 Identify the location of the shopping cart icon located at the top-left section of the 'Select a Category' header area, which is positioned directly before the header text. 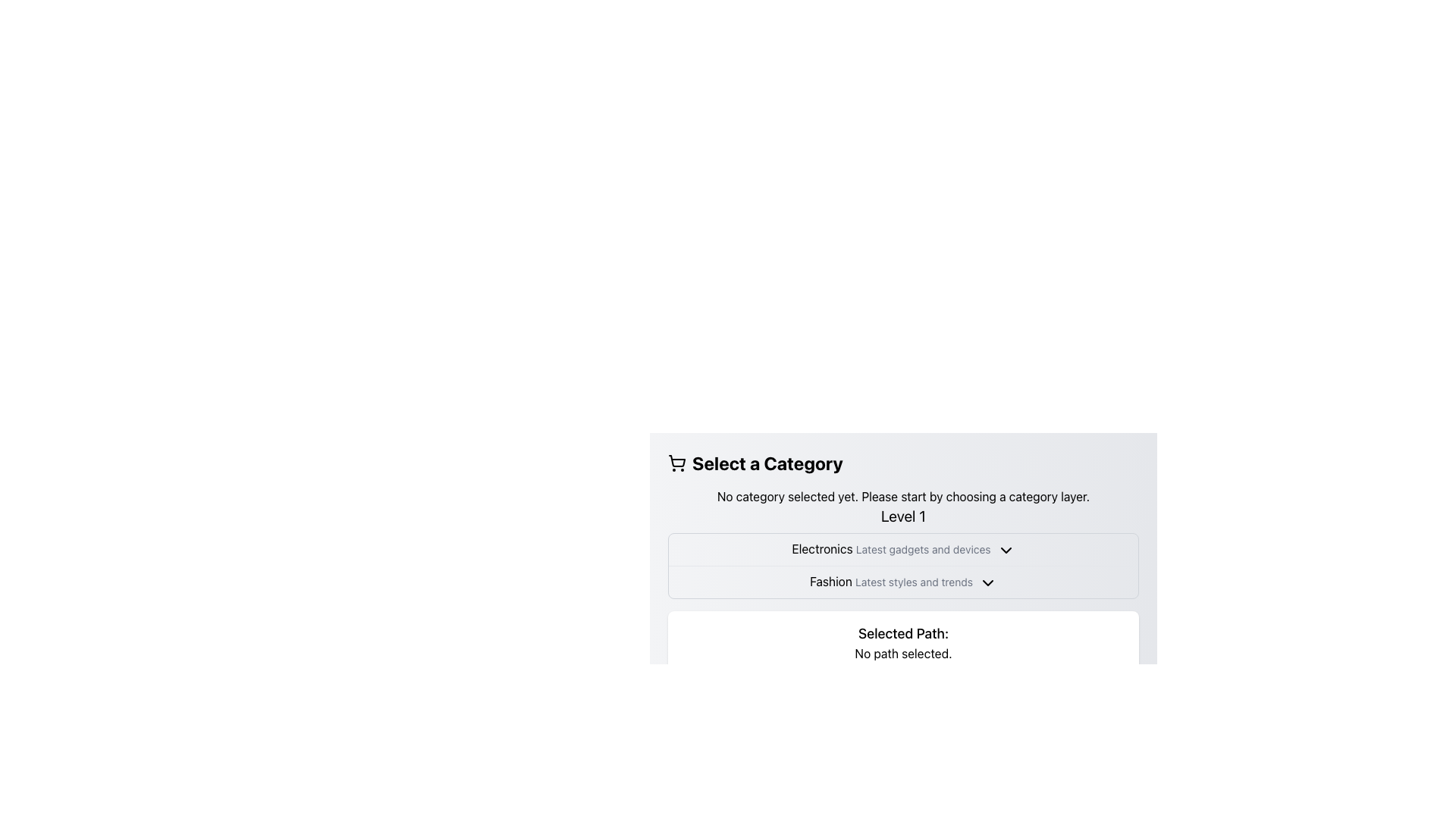
(676, 462).